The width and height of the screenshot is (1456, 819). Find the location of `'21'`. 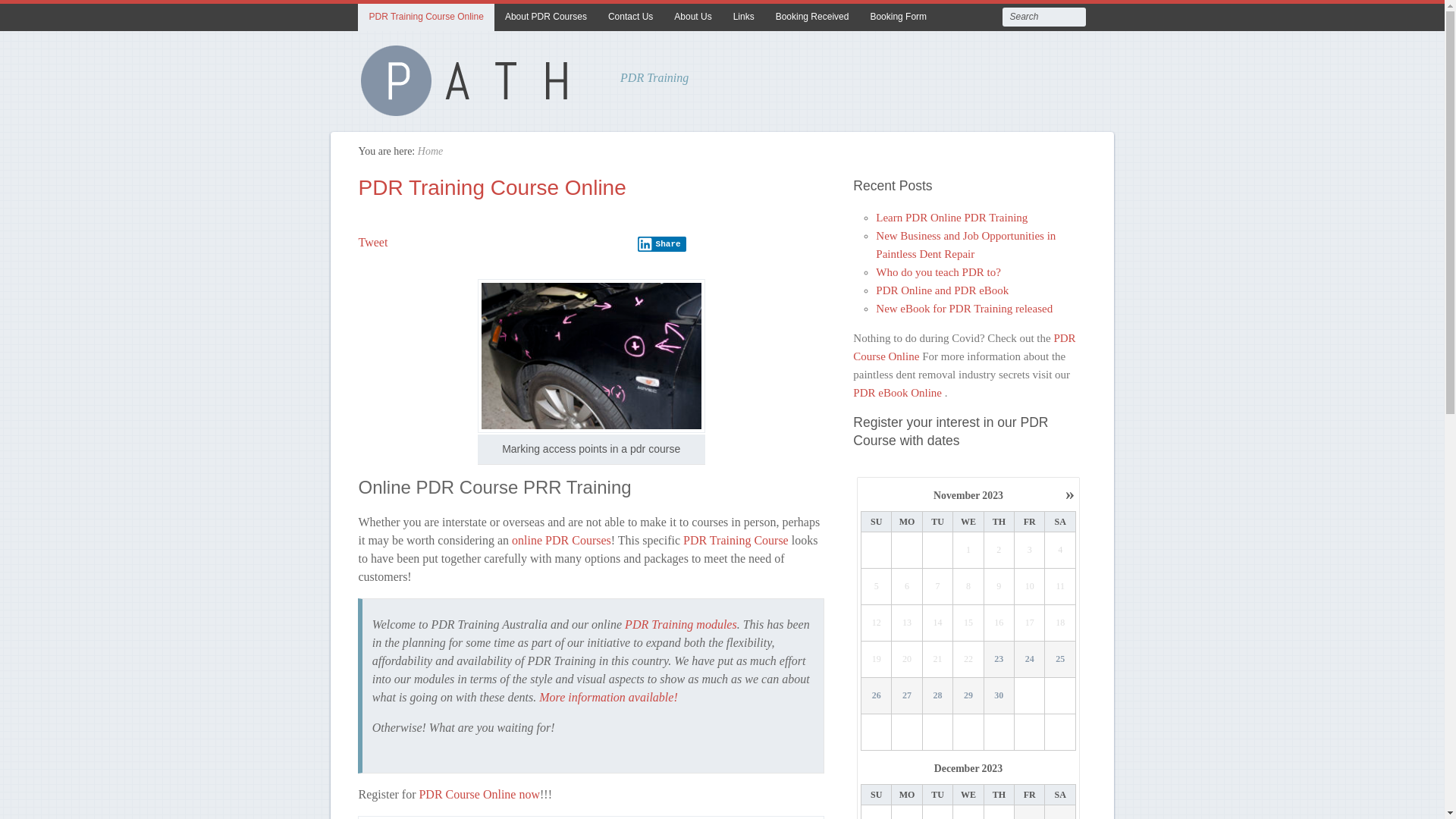

'21' is located at coordinates (937, 659).